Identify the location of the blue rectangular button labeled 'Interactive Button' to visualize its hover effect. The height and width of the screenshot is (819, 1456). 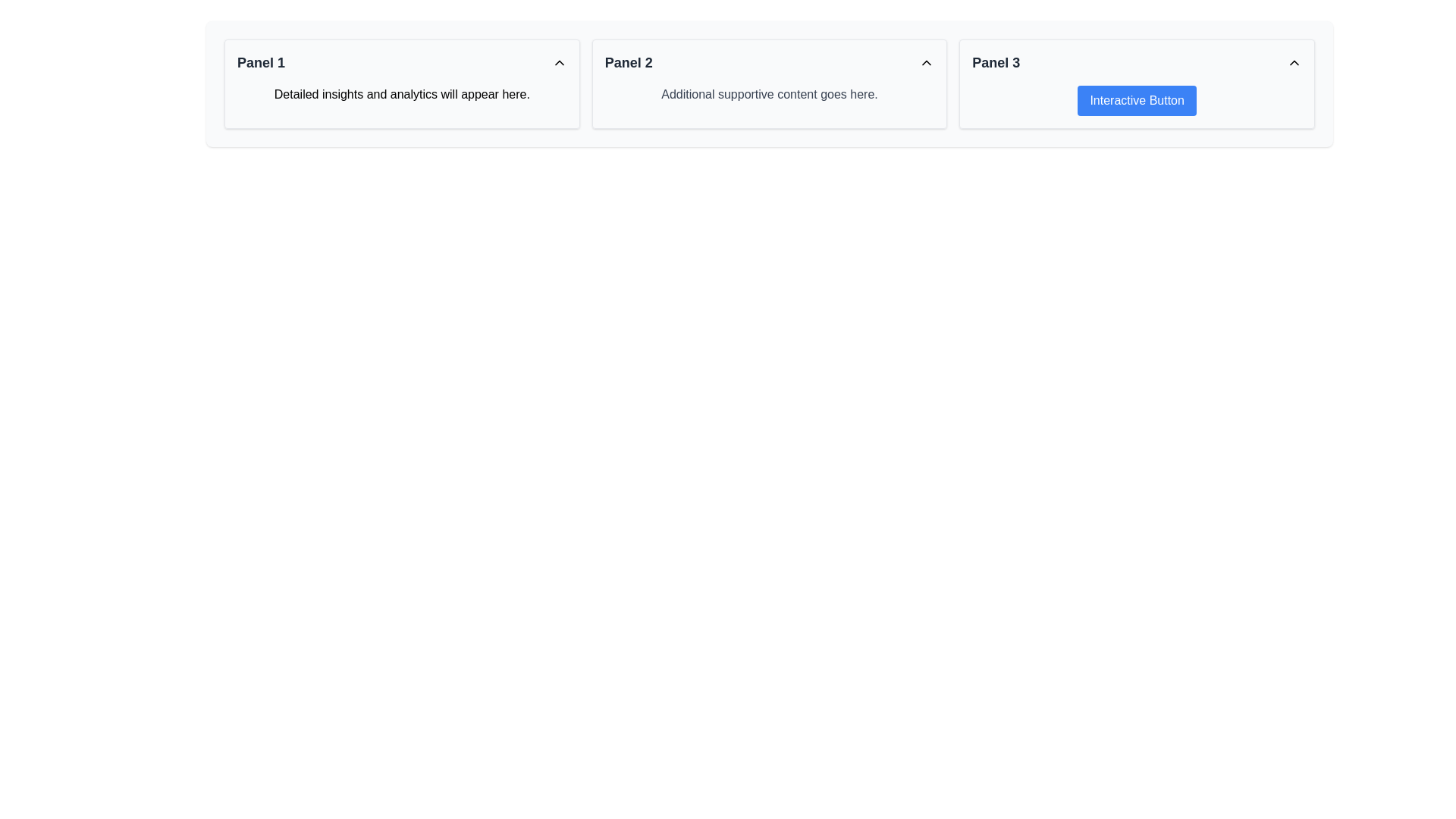
(1137, 100).